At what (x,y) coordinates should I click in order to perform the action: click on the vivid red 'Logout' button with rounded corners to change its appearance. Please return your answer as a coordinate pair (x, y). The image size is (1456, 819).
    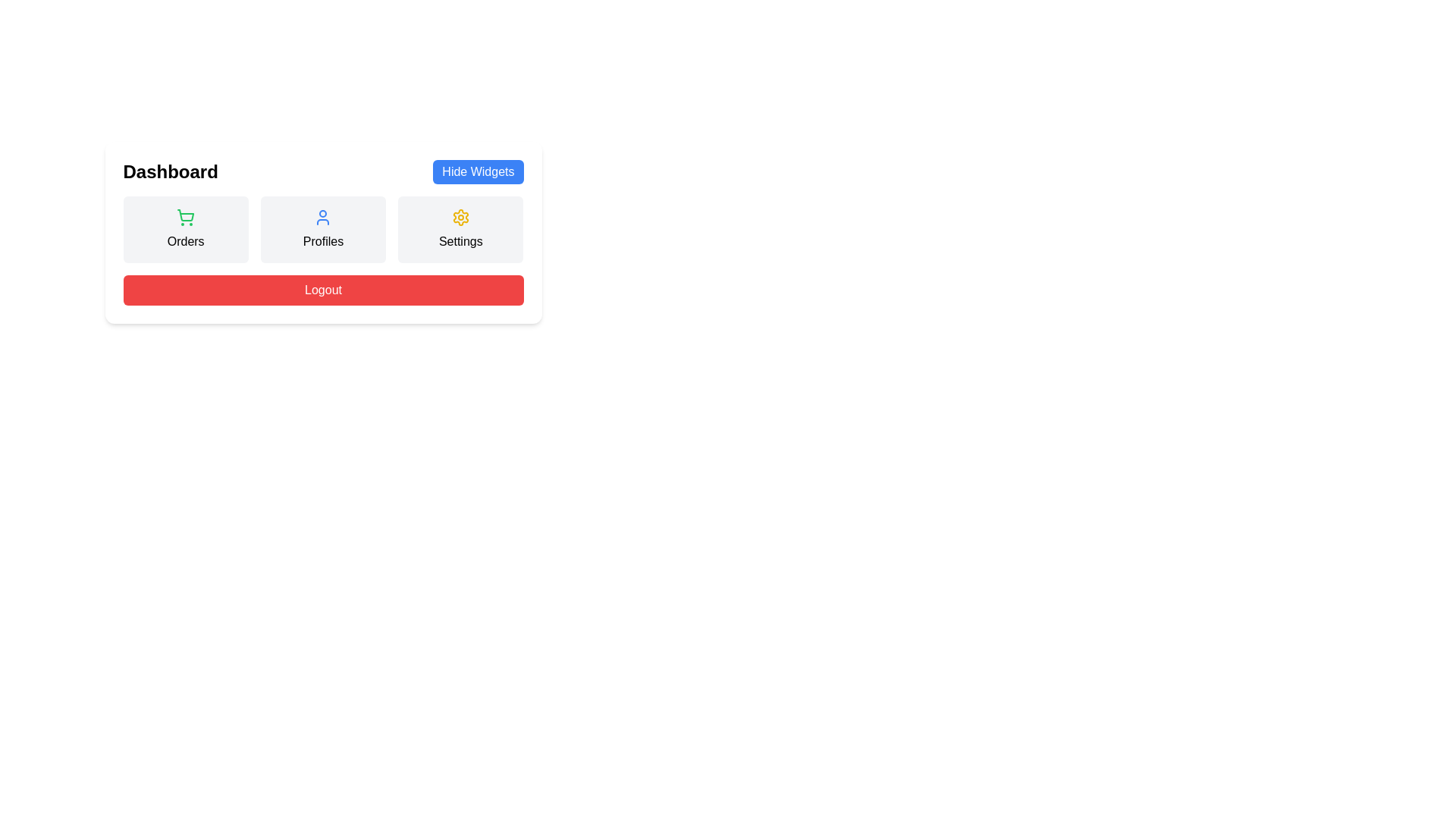
    Looking at the image, I should click on (322, 290).